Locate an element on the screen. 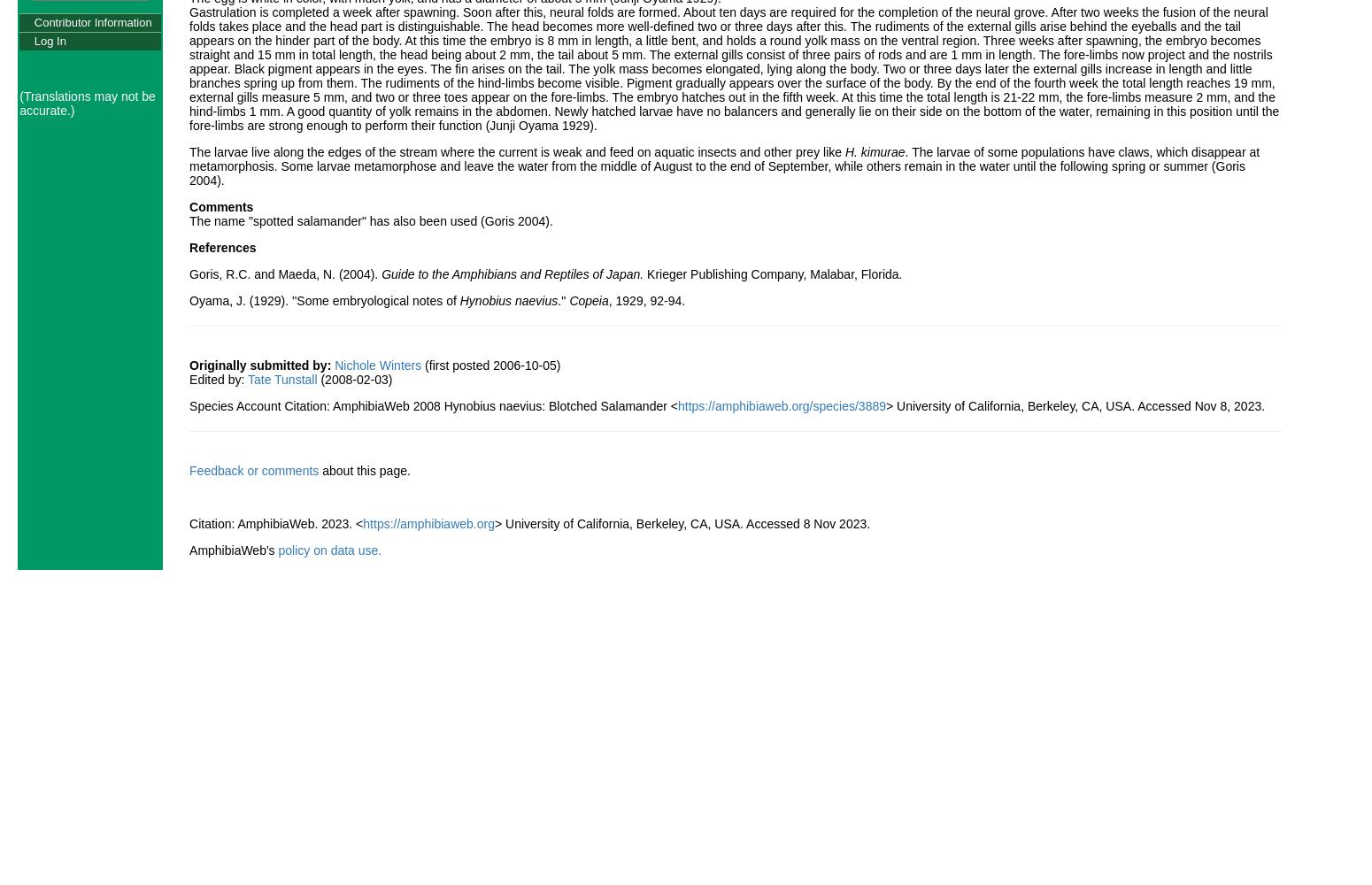  'Edited by:' is located at coordinates (218, 379).